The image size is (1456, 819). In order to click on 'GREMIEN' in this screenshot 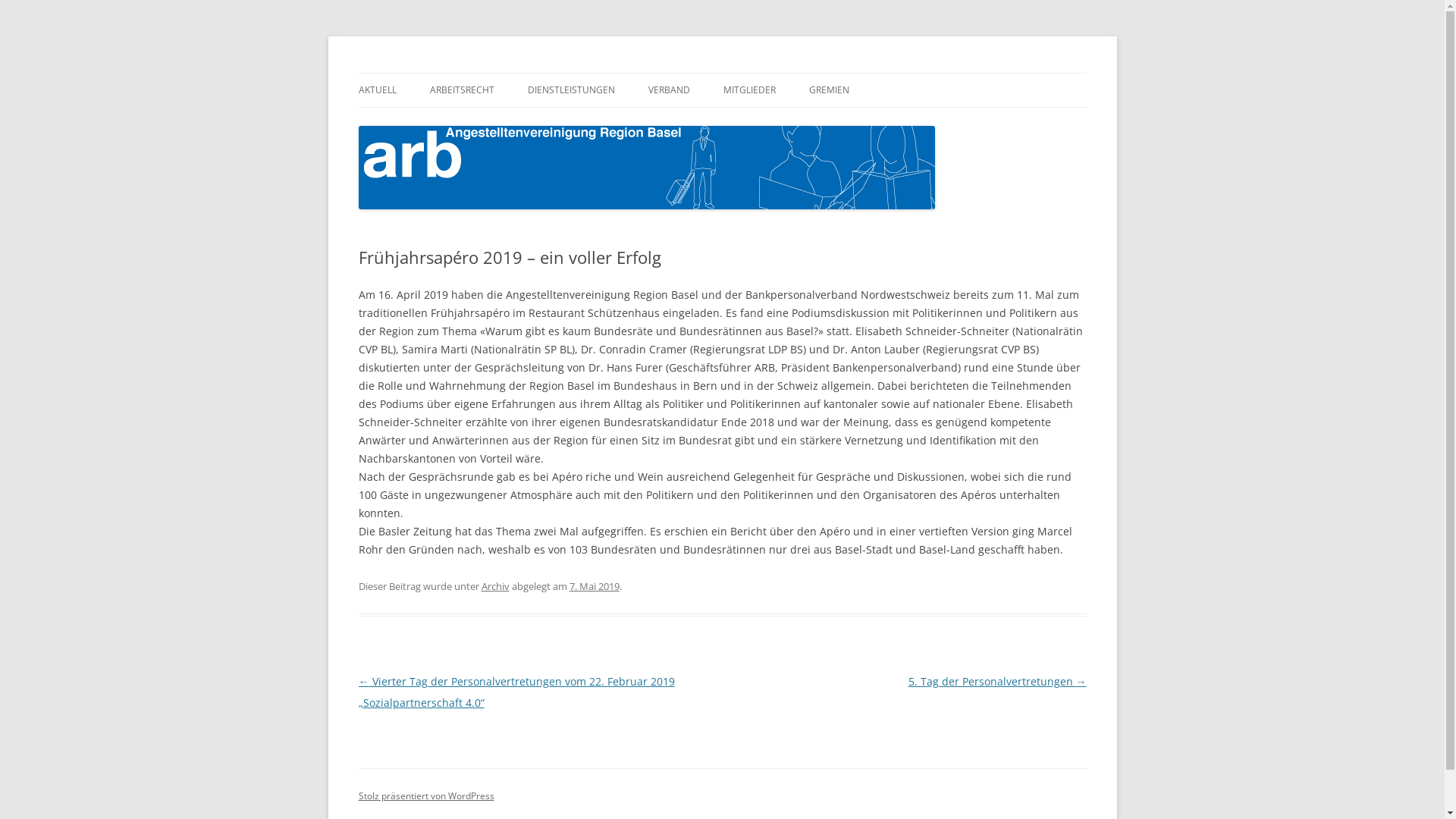, I will do `click(807, 90)`.